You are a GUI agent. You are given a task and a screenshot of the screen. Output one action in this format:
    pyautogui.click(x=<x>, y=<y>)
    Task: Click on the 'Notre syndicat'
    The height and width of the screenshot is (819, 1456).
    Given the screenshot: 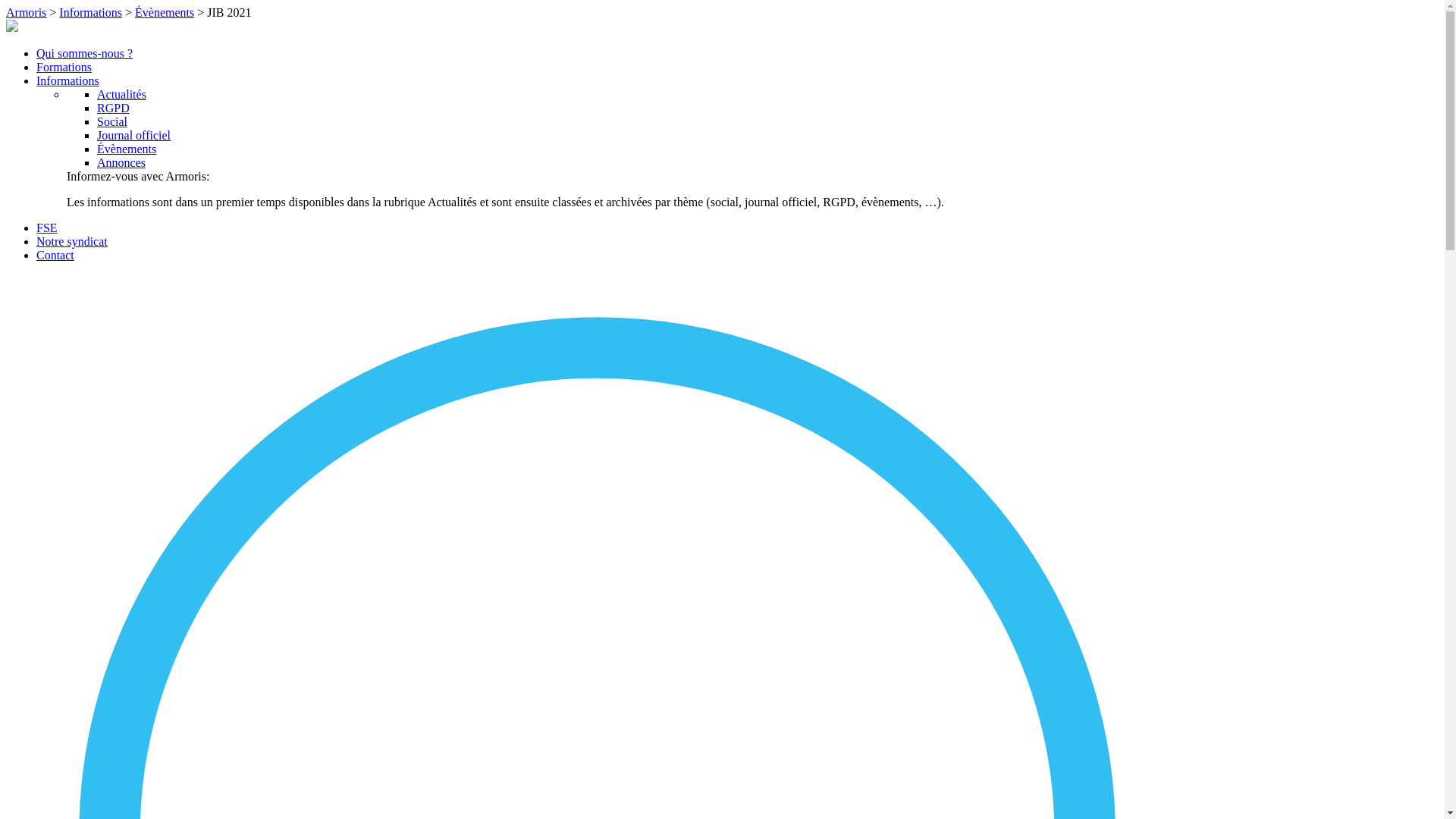 What is the action you would take?
    pyautogui.click(x=71, y=240)
    